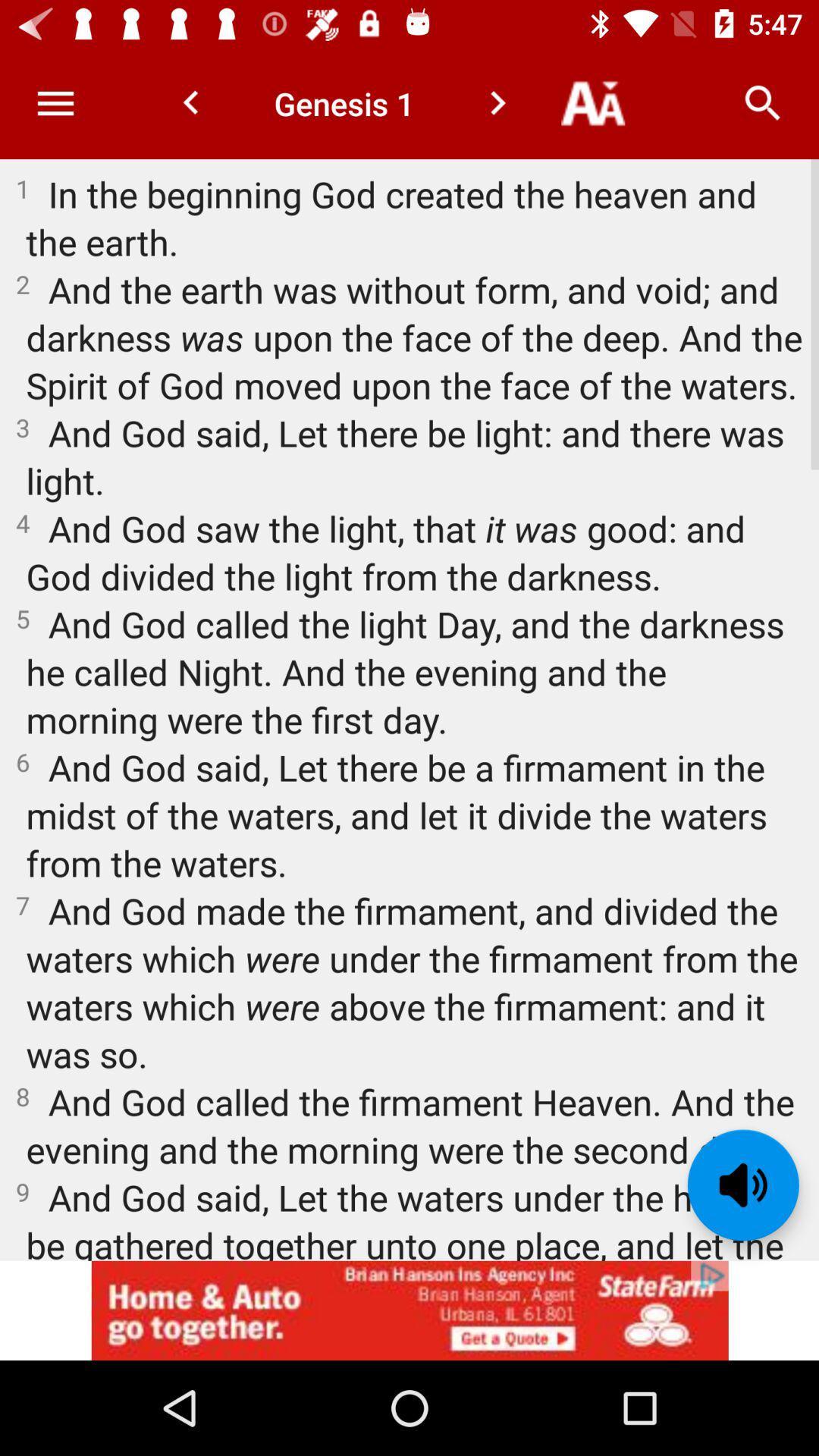 This screenshot has width=819, height=1456. What do you see at coordinates (742, 1185) in the screenshot?
I see `read text aloud` at bounding box center [742, 1185].